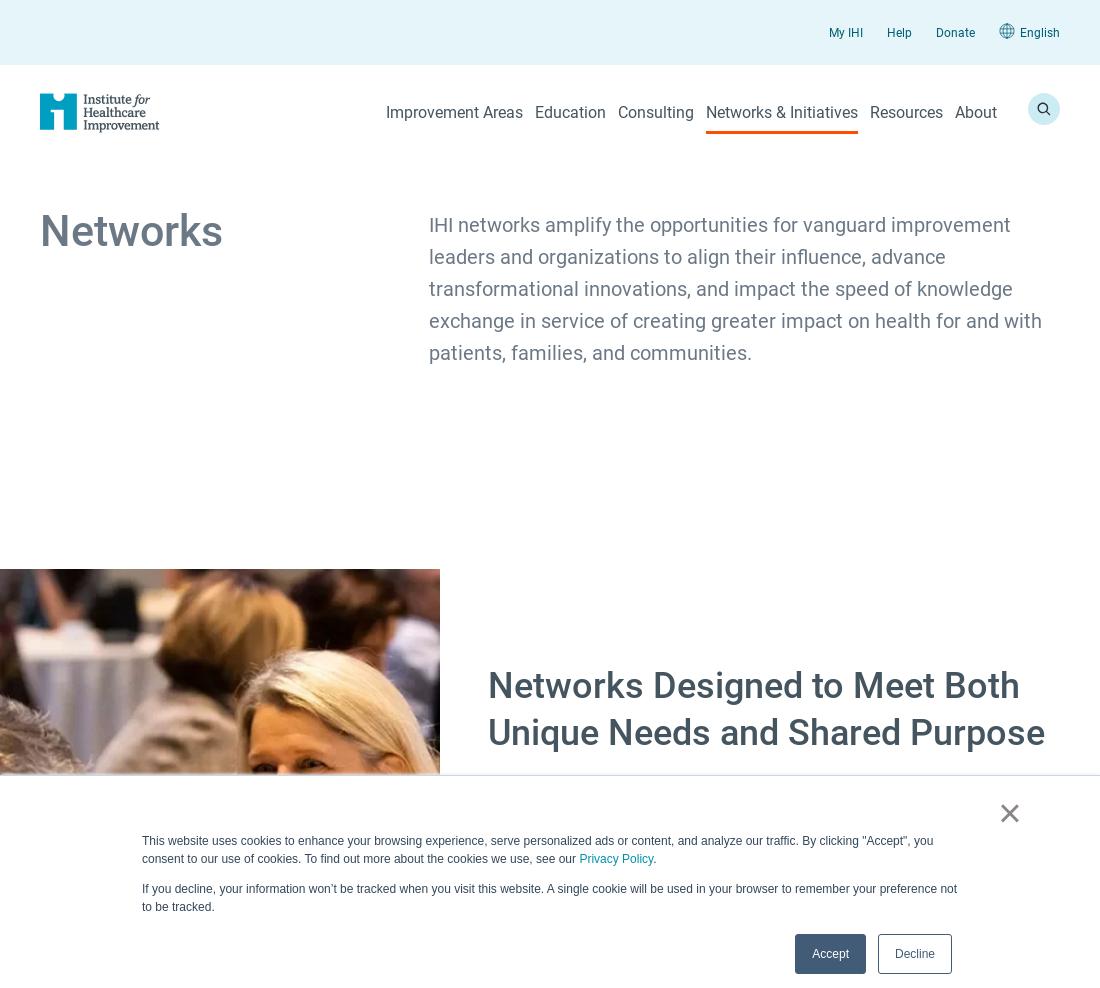 This screenshot has height=988, width=1100. Describe the element at coordinates (434, 530) in the screenshot. I see `'Workforce Safety'` at that location.